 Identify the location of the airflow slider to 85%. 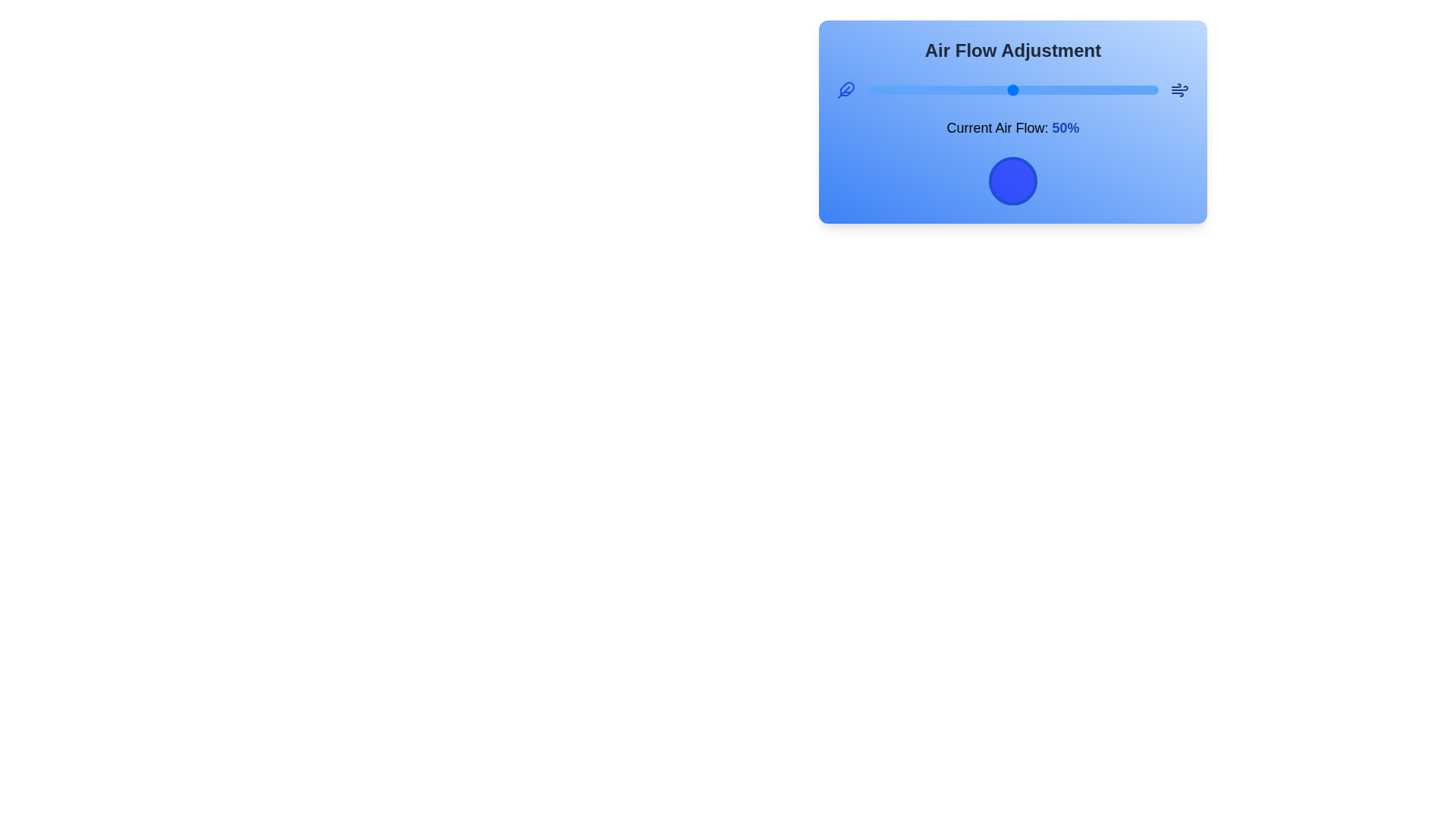
(1115, 90).